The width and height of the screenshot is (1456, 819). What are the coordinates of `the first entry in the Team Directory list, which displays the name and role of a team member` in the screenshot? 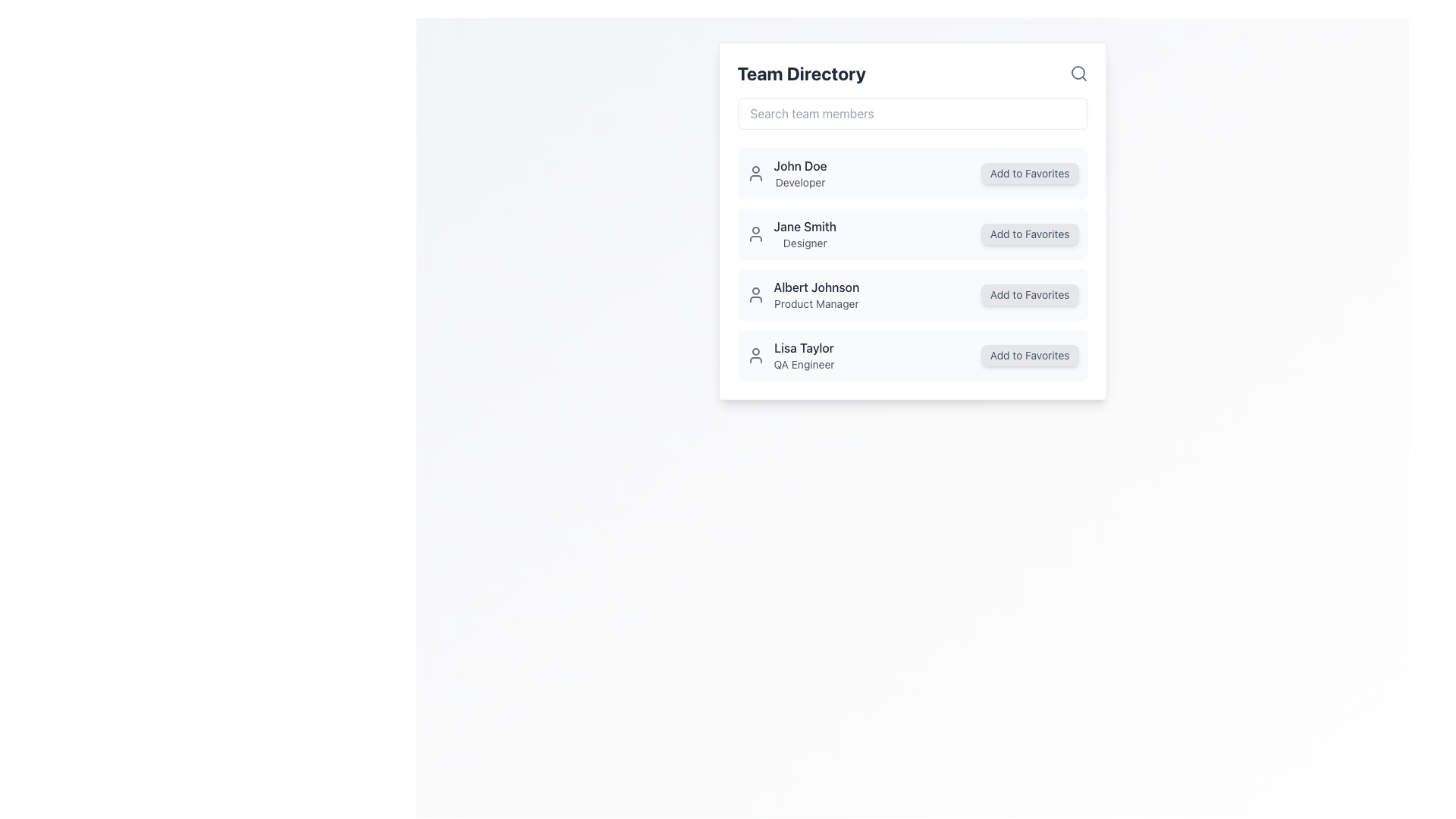 It's located at (786, 172).